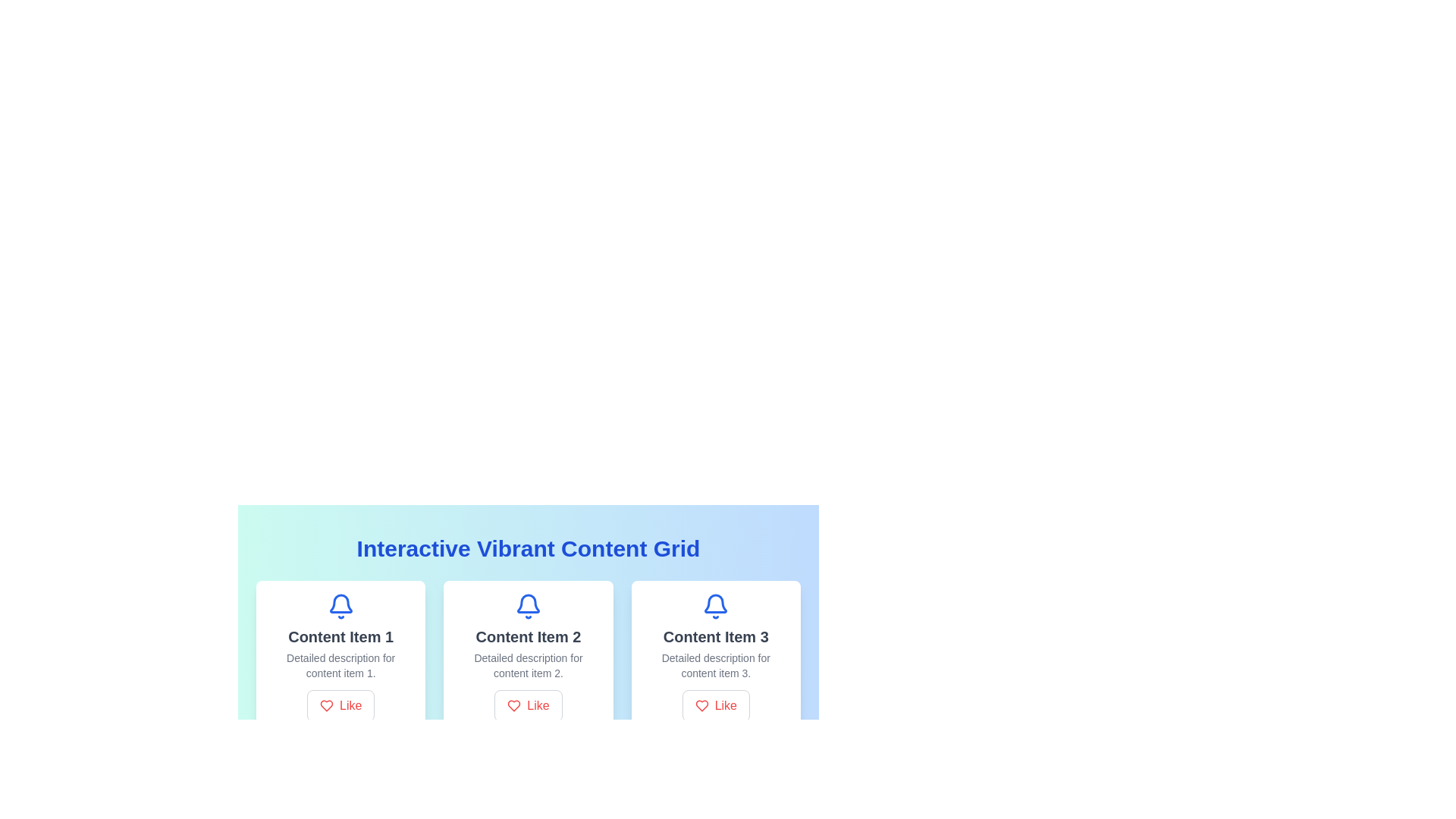 This screenshot has height=819, width=1456. I want to click on the 'Like' icon located in the lower section of the second card in a horizontal group of three cards to express preference for the associated content, so click(514, 705).